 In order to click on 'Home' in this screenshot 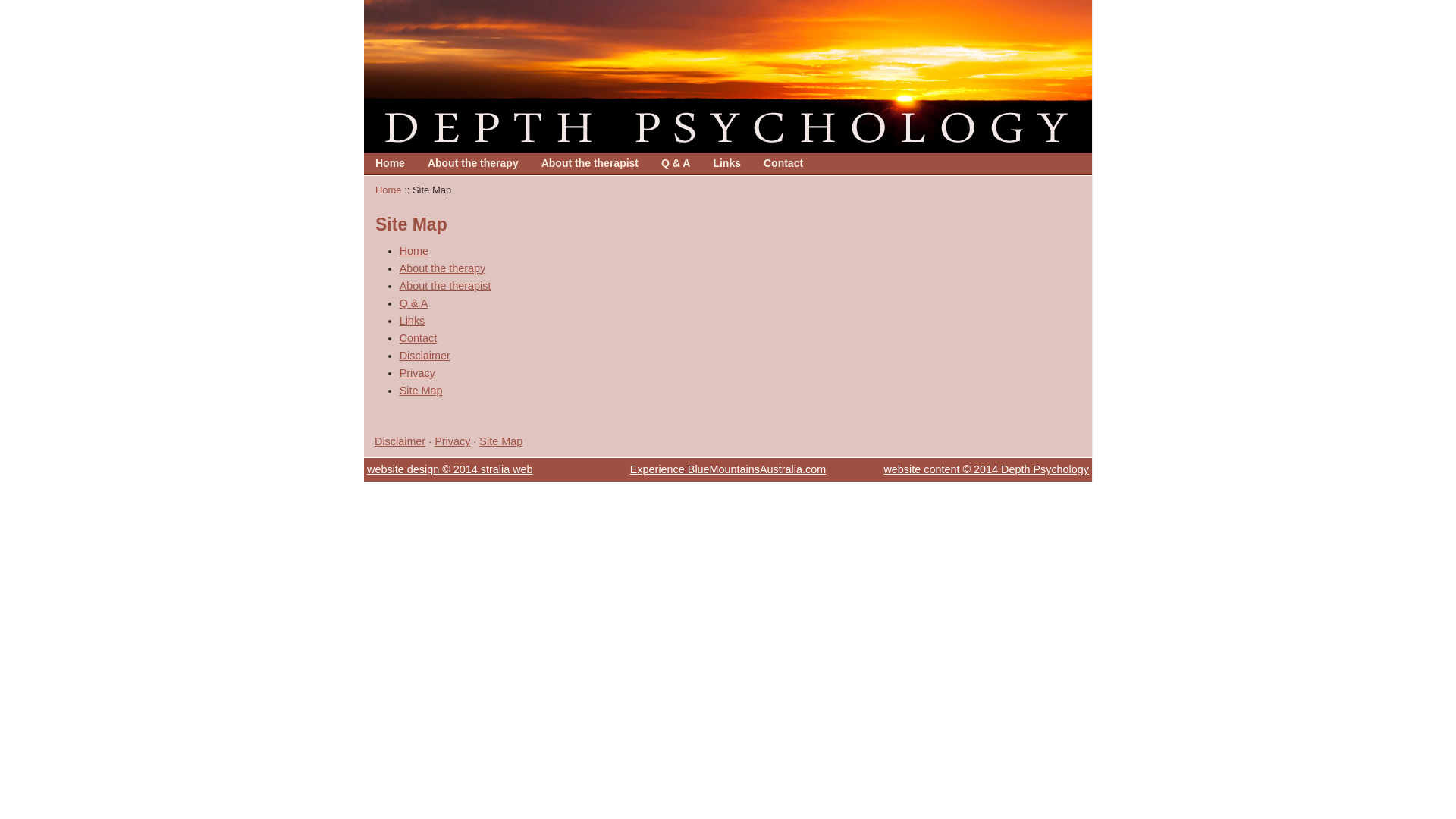, I will do `click(388, 189)`.